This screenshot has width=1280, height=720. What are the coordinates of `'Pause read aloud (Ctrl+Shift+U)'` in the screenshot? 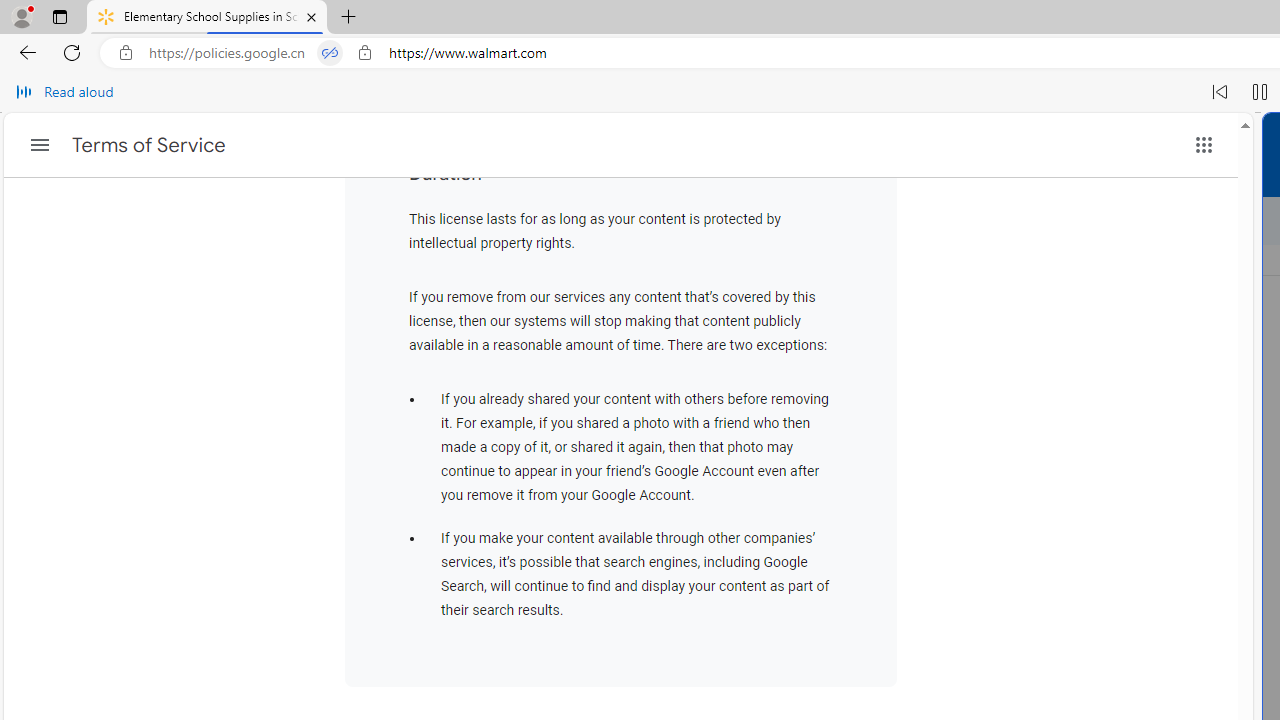 It's located at (1259, 92).